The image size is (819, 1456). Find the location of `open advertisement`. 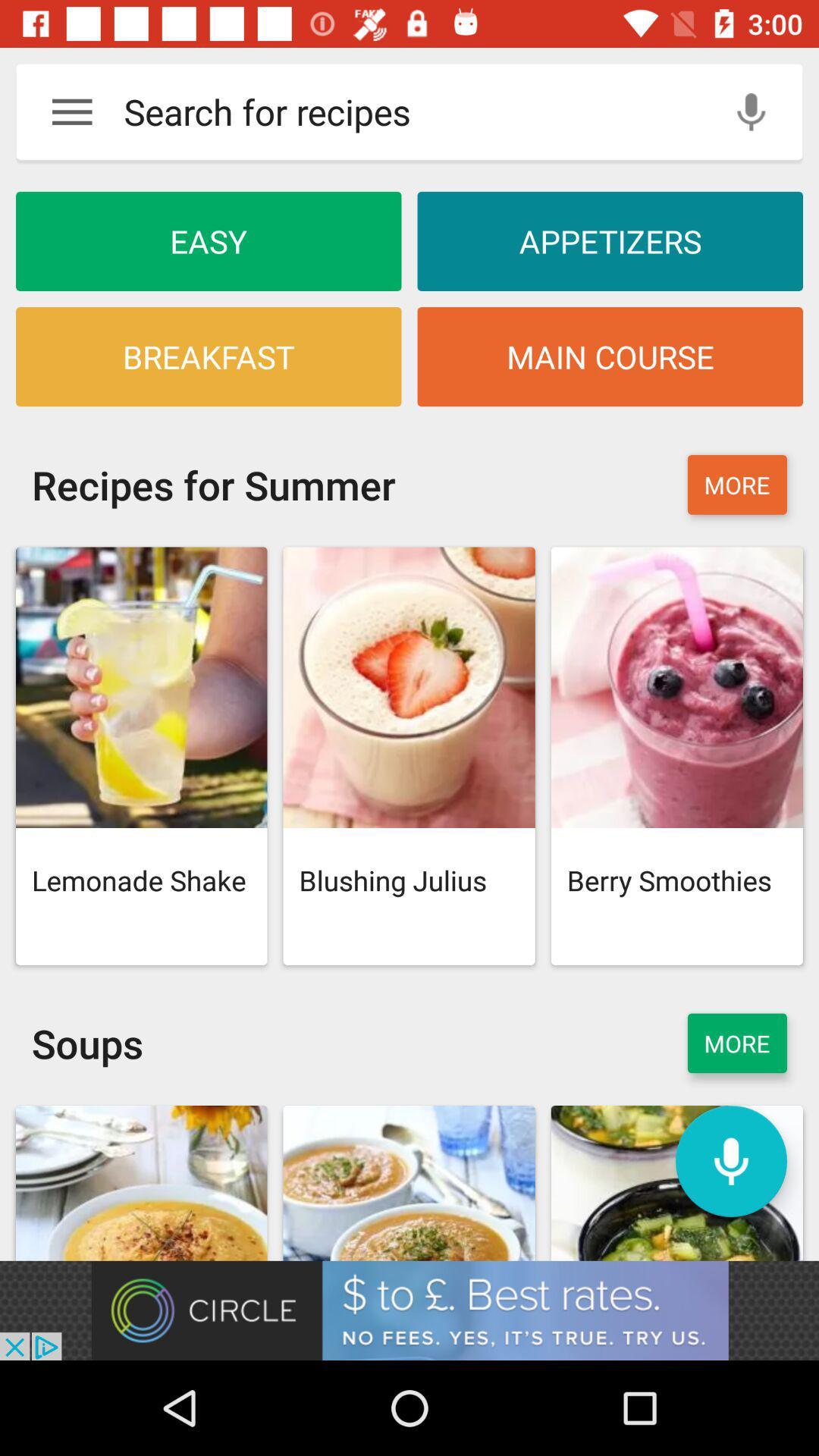

open advertisement is located at coordinates (409, 1310).